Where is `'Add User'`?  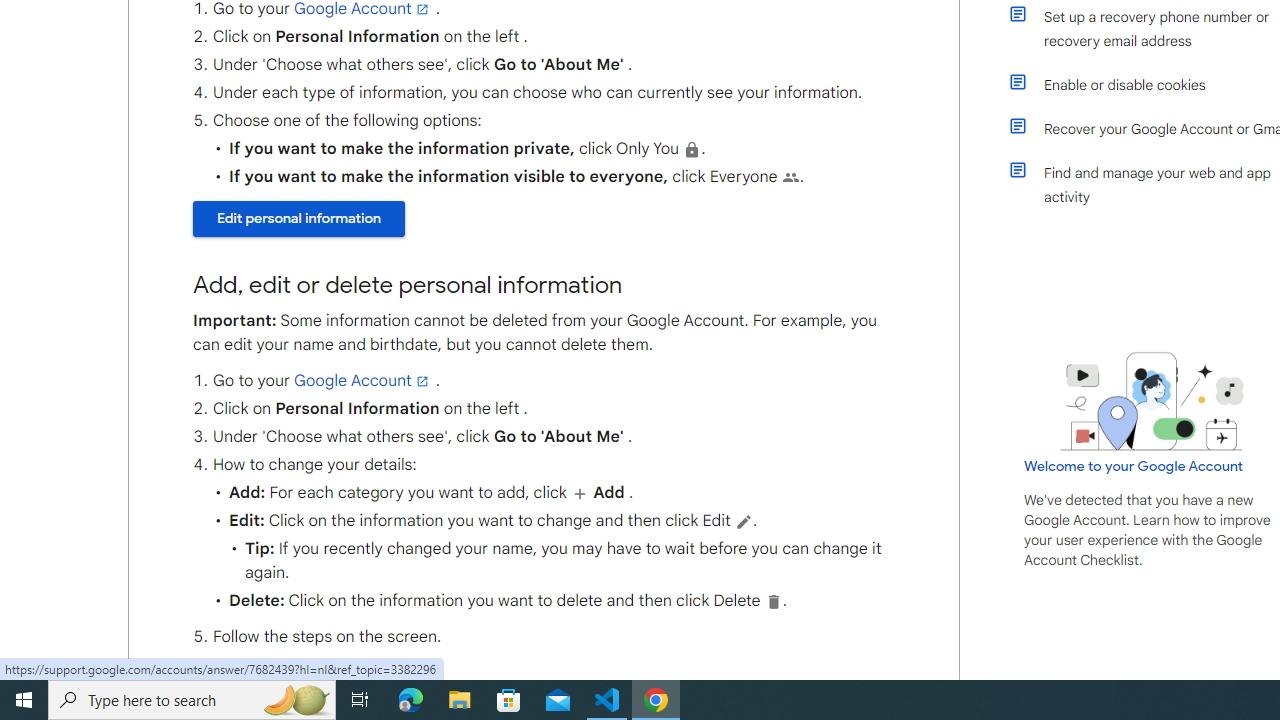 'Add User' is located at coordinates (578, 493).